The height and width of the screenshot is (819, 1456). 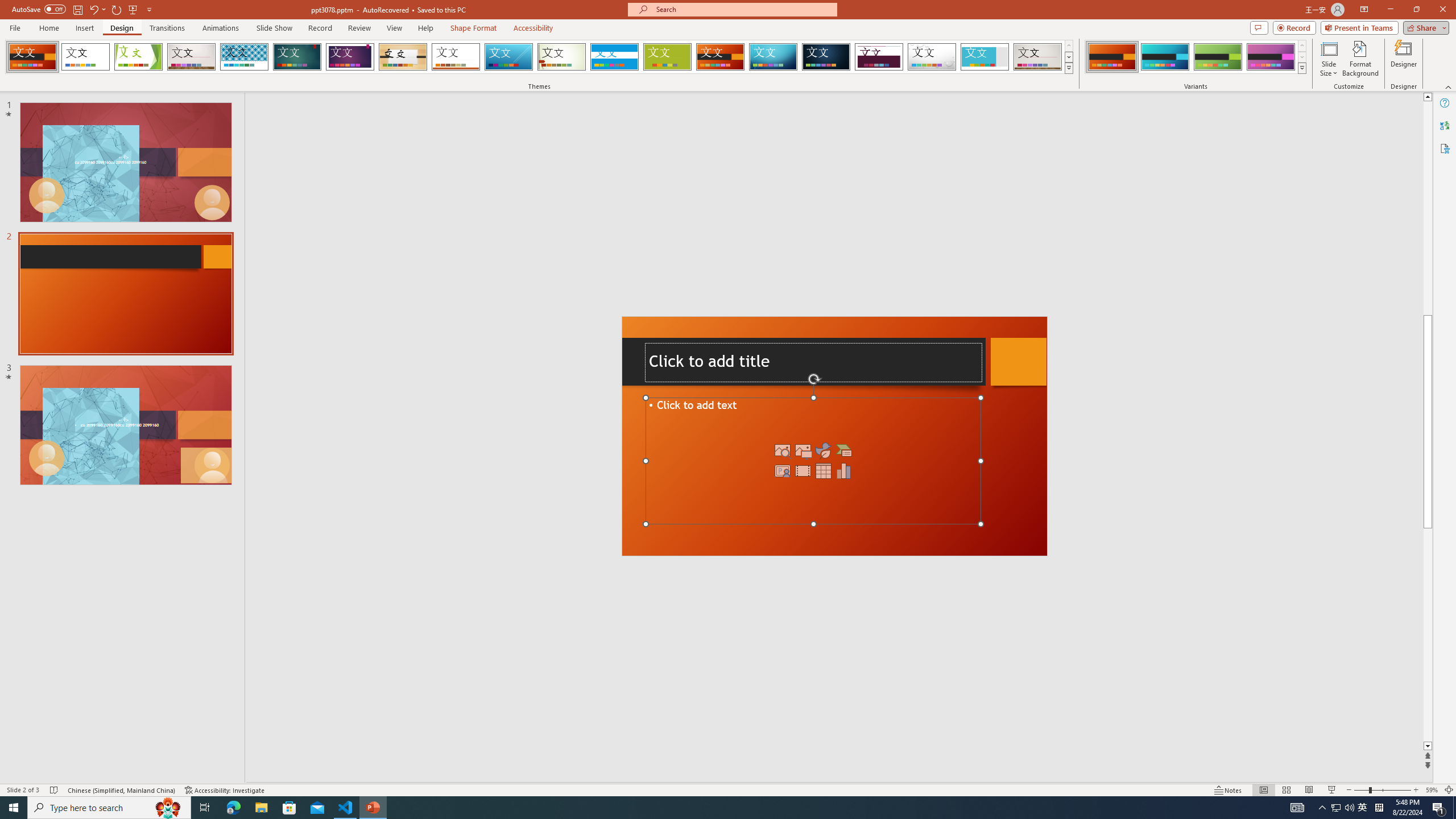 I want to click on 'AutomationID: SlideThemesGallery', so click(x=539, y=56).